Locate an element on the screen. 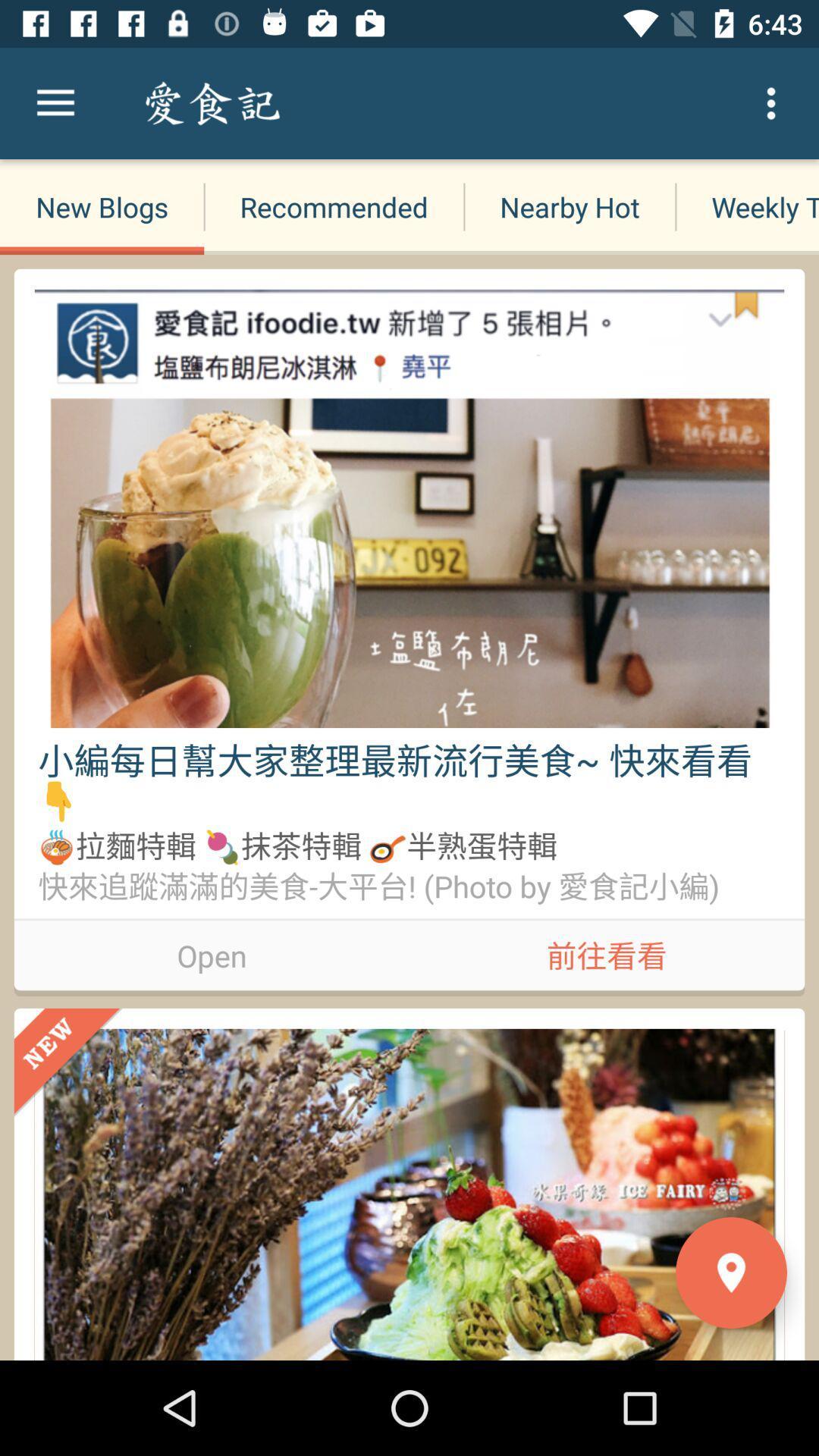 The width and height of the screenshot is (819, 1456). item to the right of open item is located at coordinates (606, 952).